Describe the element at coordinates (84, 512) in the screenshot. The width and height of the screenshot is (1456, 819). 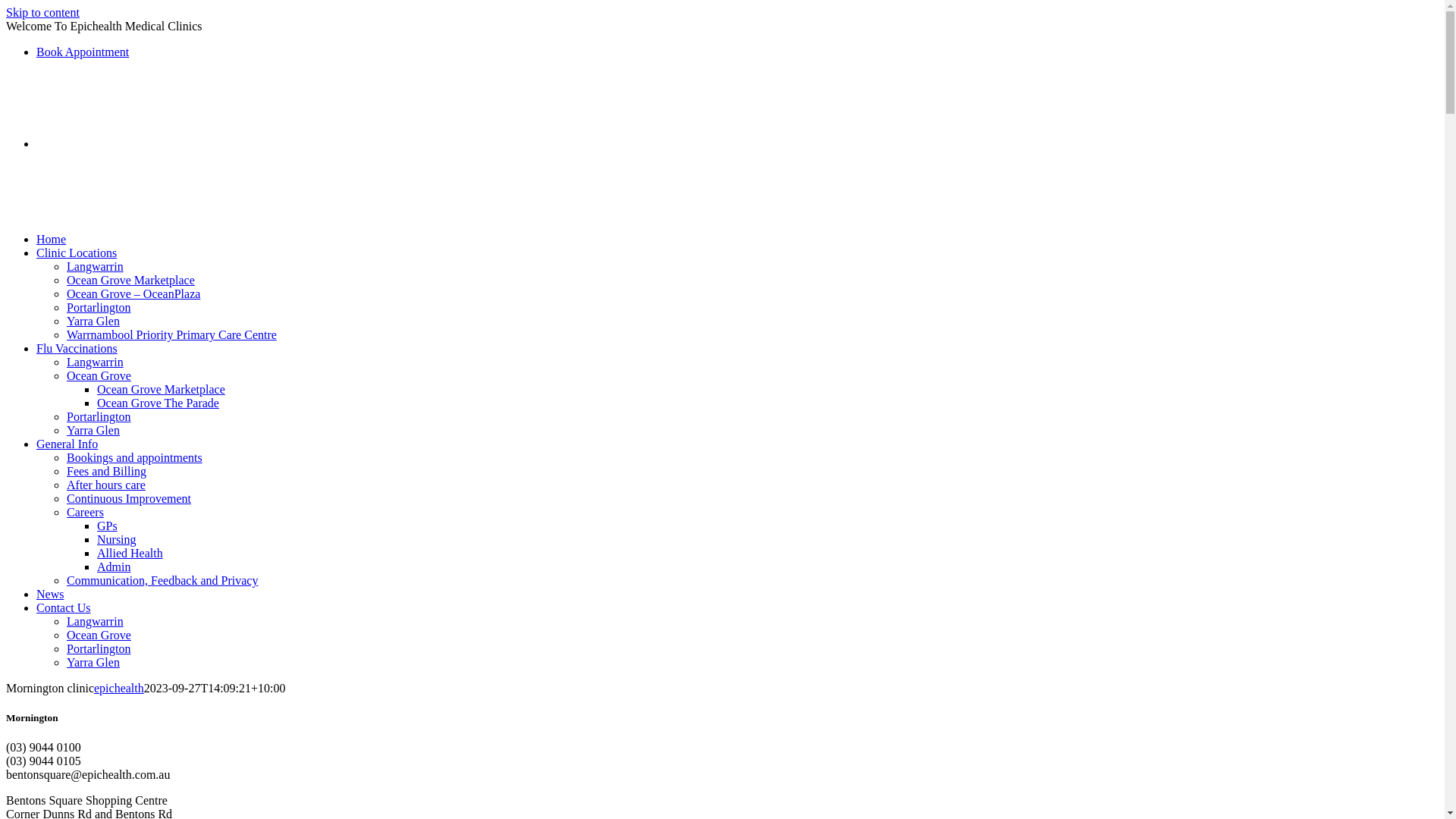
I see `'Careers'` at that location.